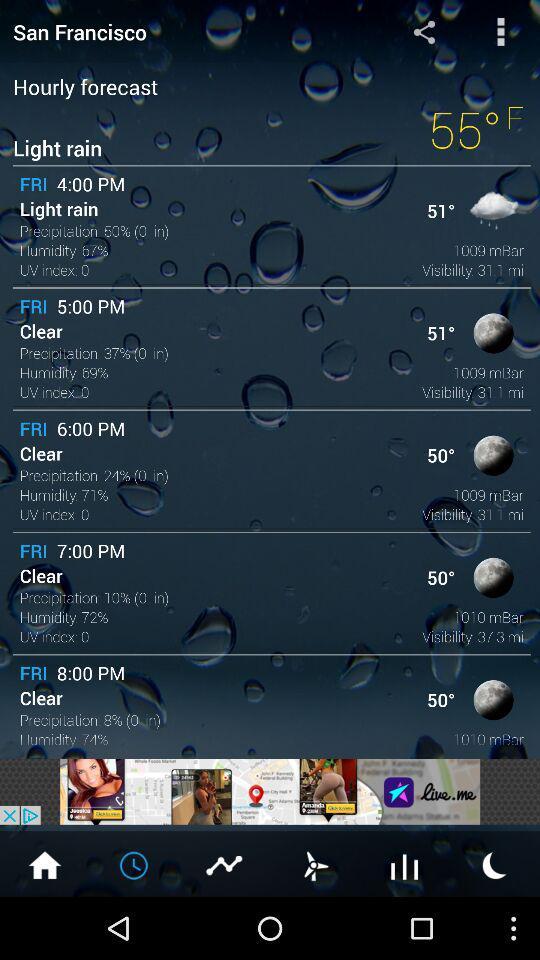 This screenshot has width=540, height=960. Describe the element at coordinates (135, 863) in the screenshot. I see `check time` at that location.